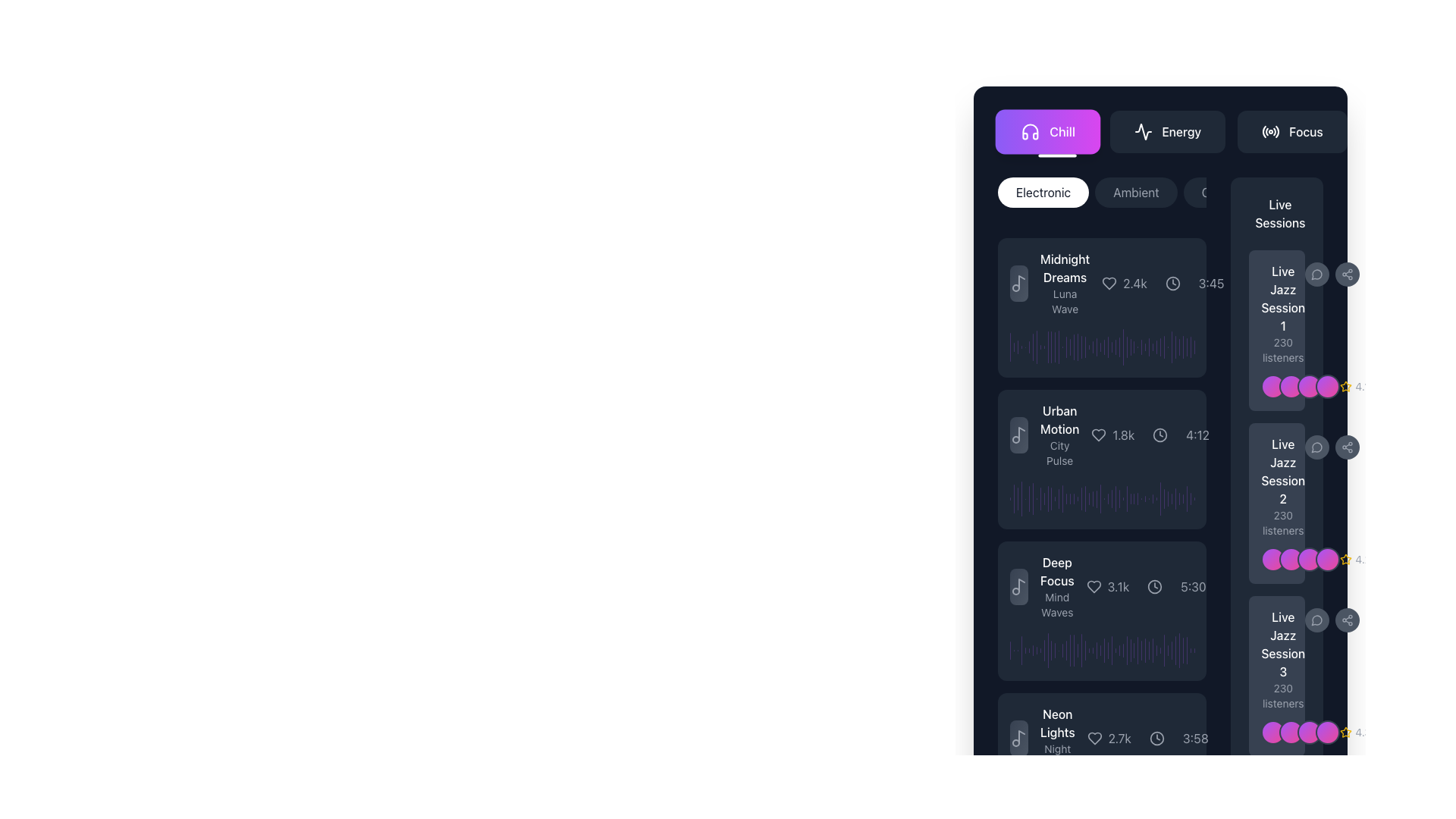  Describe the element at coordinates (1276, 385) in the screenshot. I see `the second circular Avatar representation with a pink to purple gradient, located in the lower-right section of the card for 'Live Jazz Session 1'` at that location.